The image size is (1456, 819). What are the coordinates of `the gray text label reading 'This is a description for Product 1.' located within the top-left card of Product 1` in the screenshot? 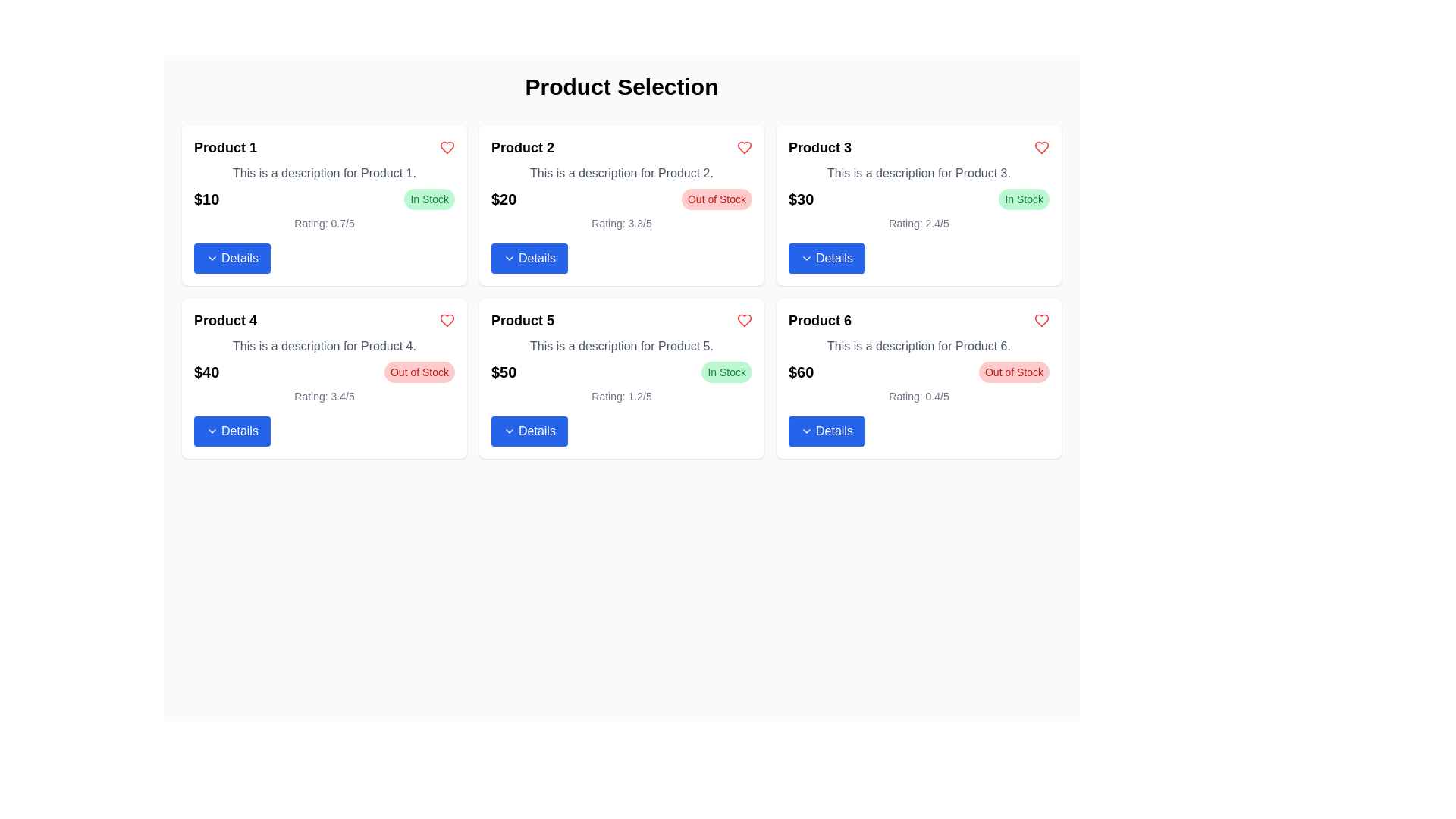 It's located at (323, 172).